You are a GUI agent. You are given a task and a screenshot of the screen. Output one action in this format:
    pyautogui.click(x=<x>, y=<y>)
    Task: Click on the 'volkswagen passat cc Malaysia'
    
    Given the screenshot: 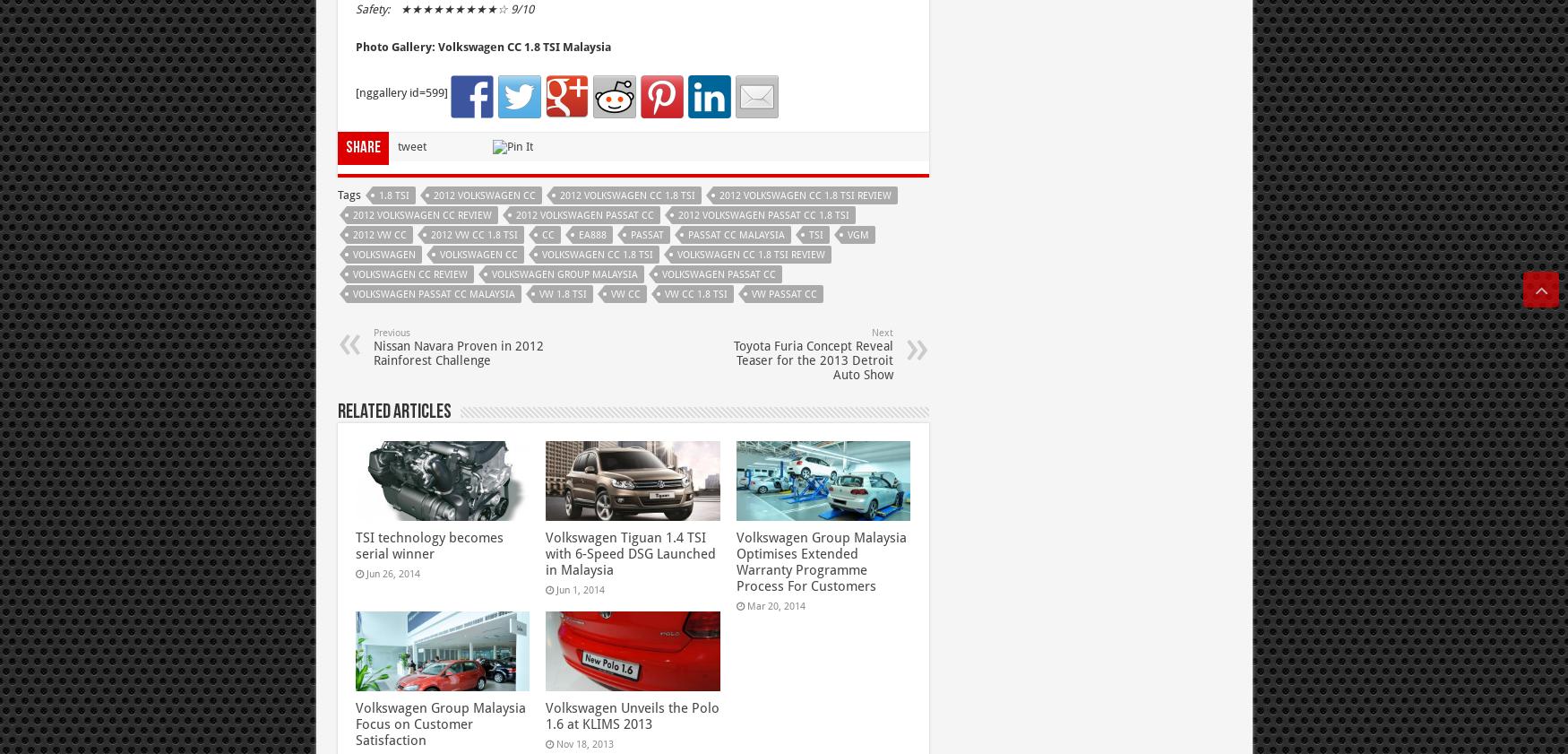 What is the action you would take?
    pyautogui.click(x=433, y=292)
    